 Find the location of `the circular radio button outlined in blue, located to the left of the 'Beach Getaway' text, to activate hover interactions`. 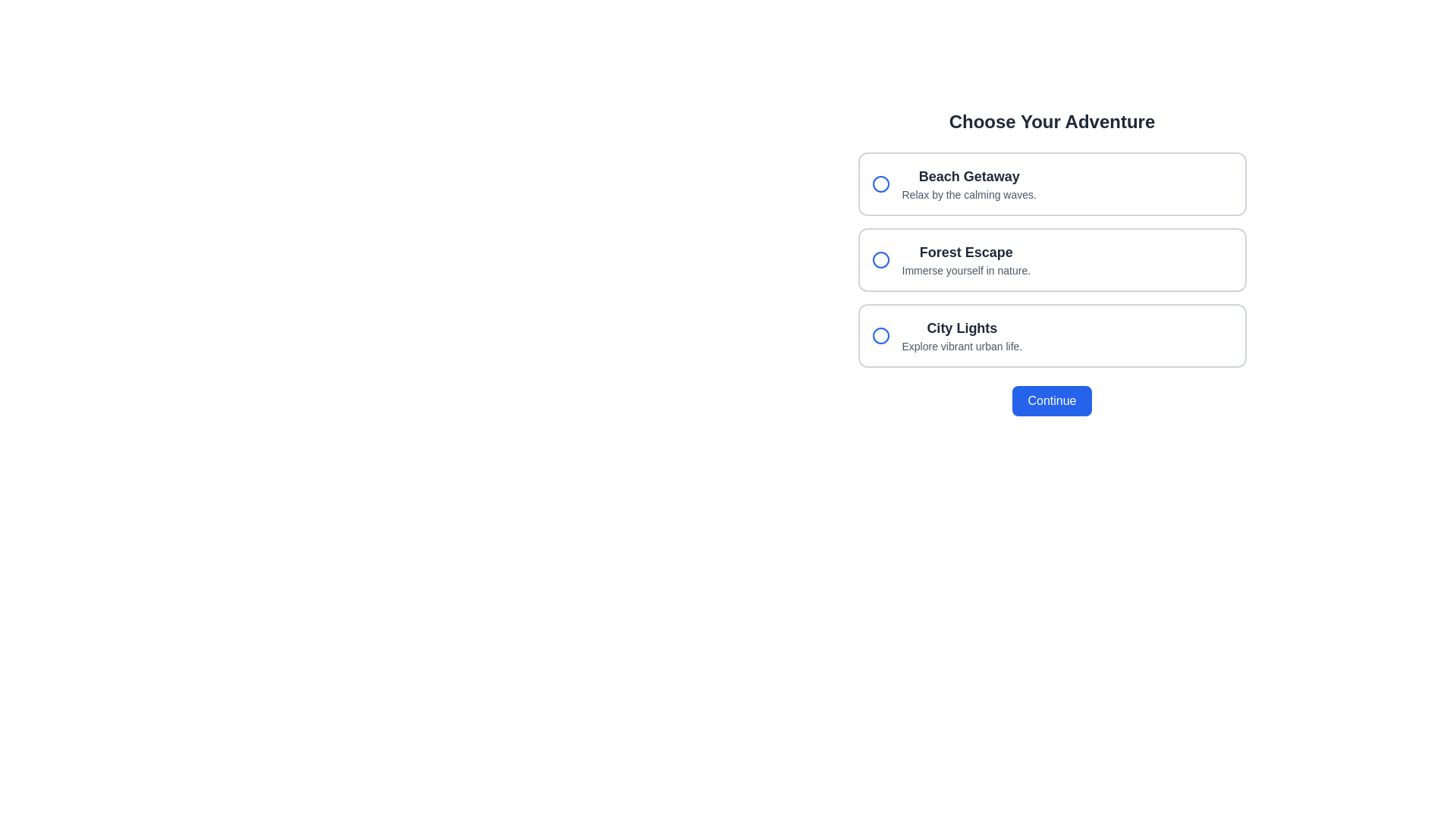

the circular radio button outlined in blue, located to the left of the 'Beach Getaway' text, to activate hover interactions is located at coordinates (880, 184).